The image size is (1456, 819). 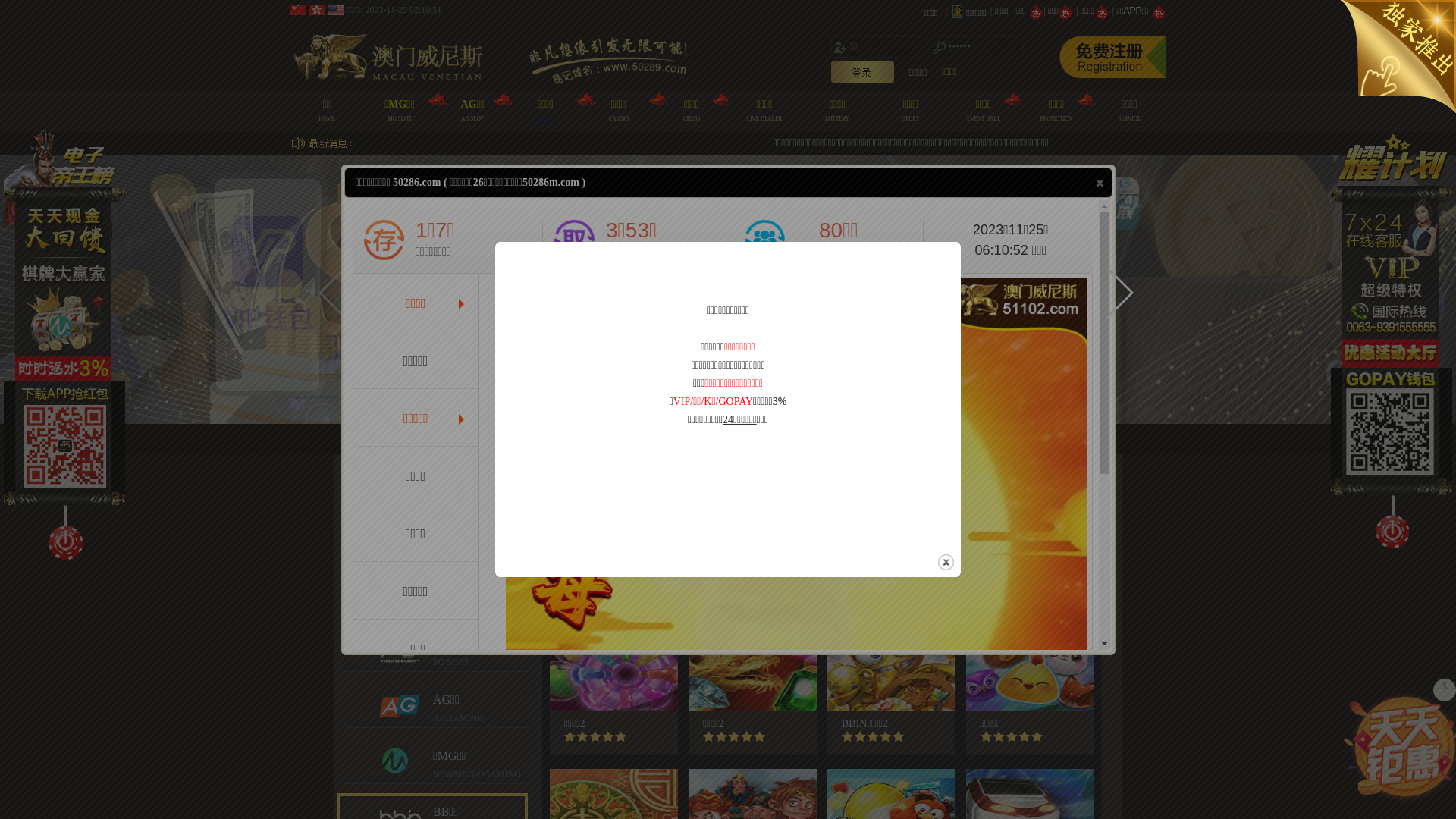 I want to click on 'close', so click(x=1100, y=181).